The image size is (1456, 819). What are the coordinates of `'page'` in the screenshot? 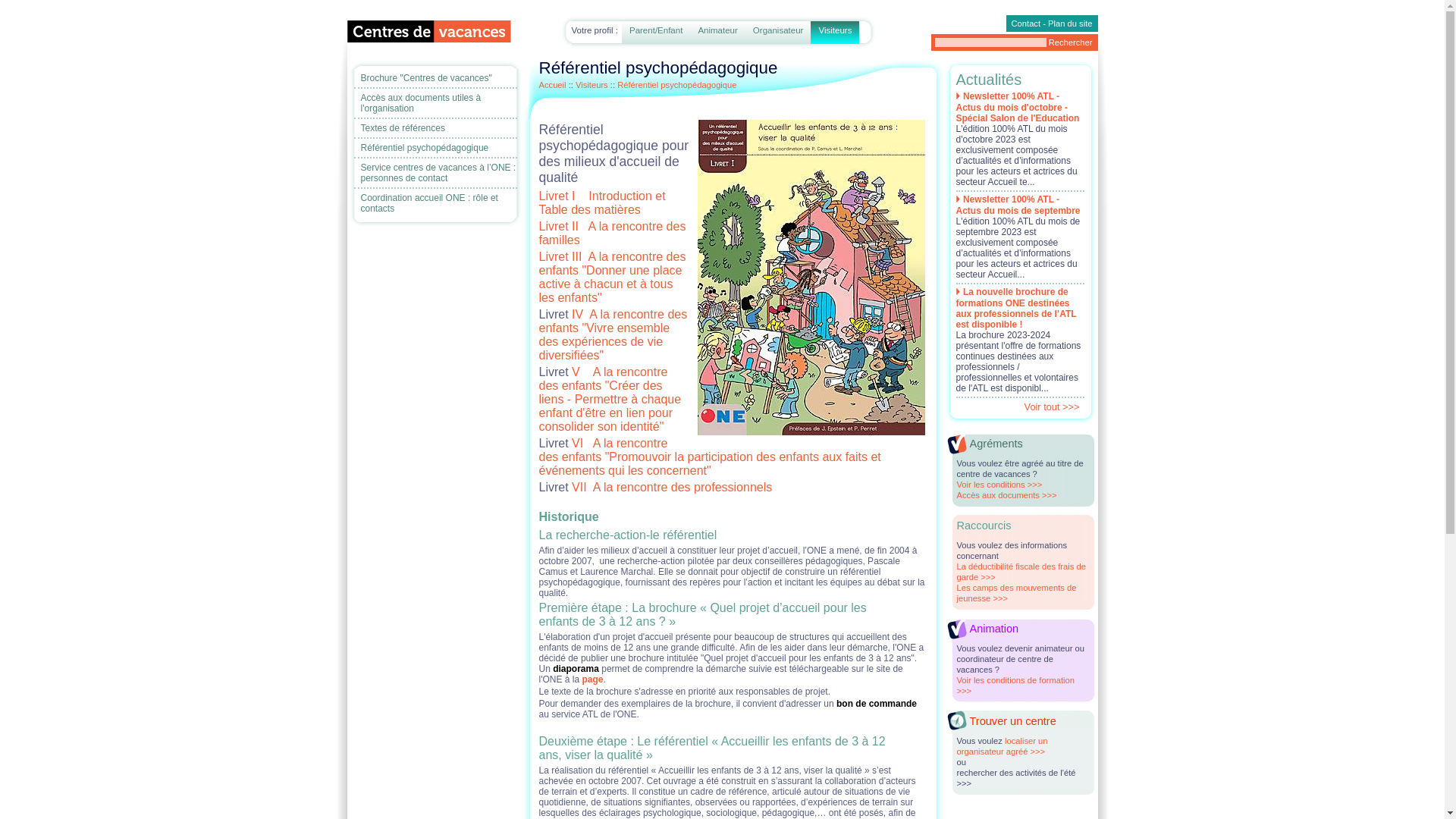 It's located at (591, 678).